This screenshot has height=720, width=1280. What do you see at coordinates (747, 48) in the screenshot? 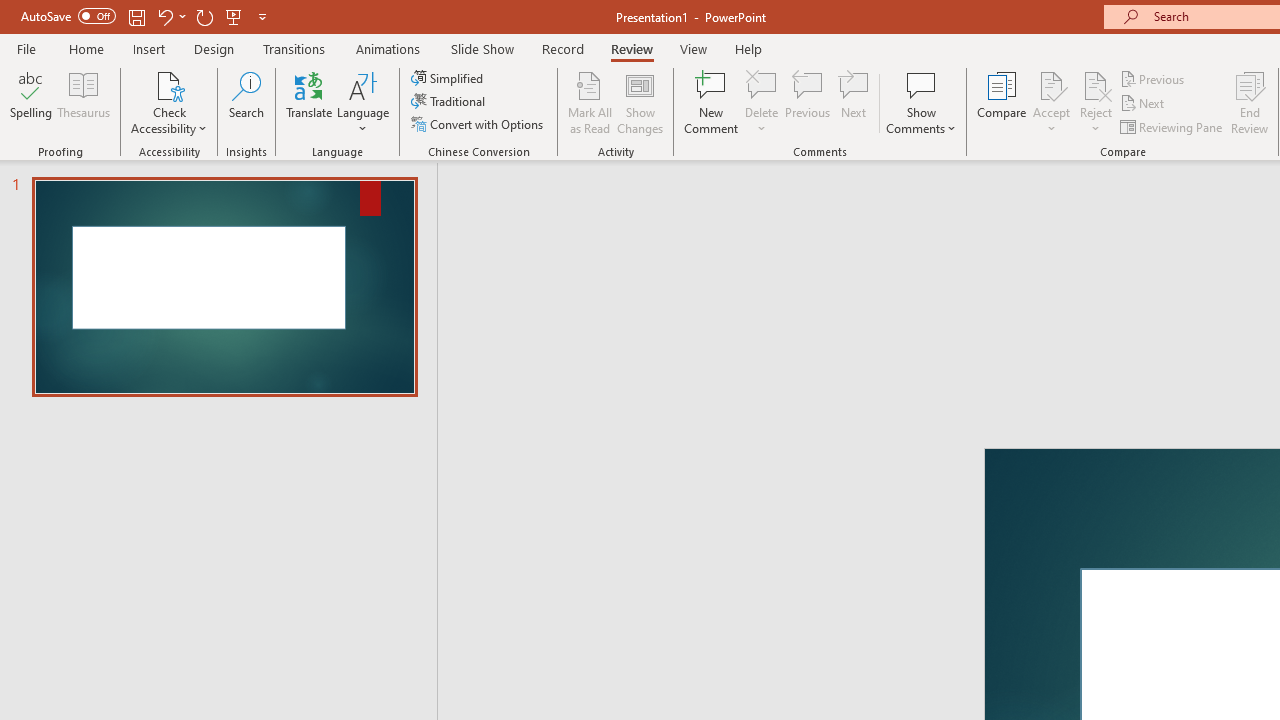
I see `'Help'` at bounding box center [747, 48].